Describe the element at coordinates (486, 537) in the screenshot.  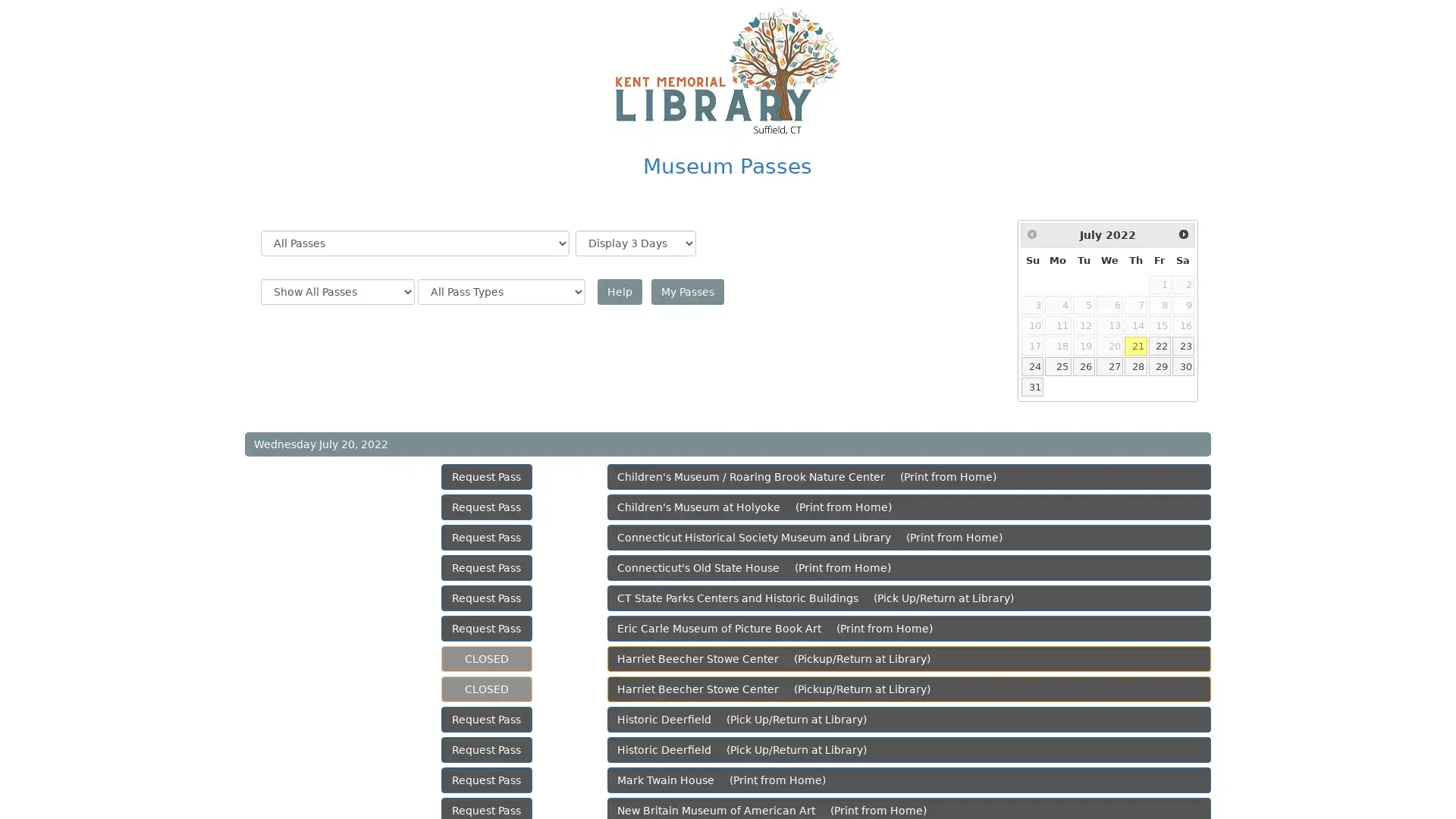
I see `Request Pass` at that location.